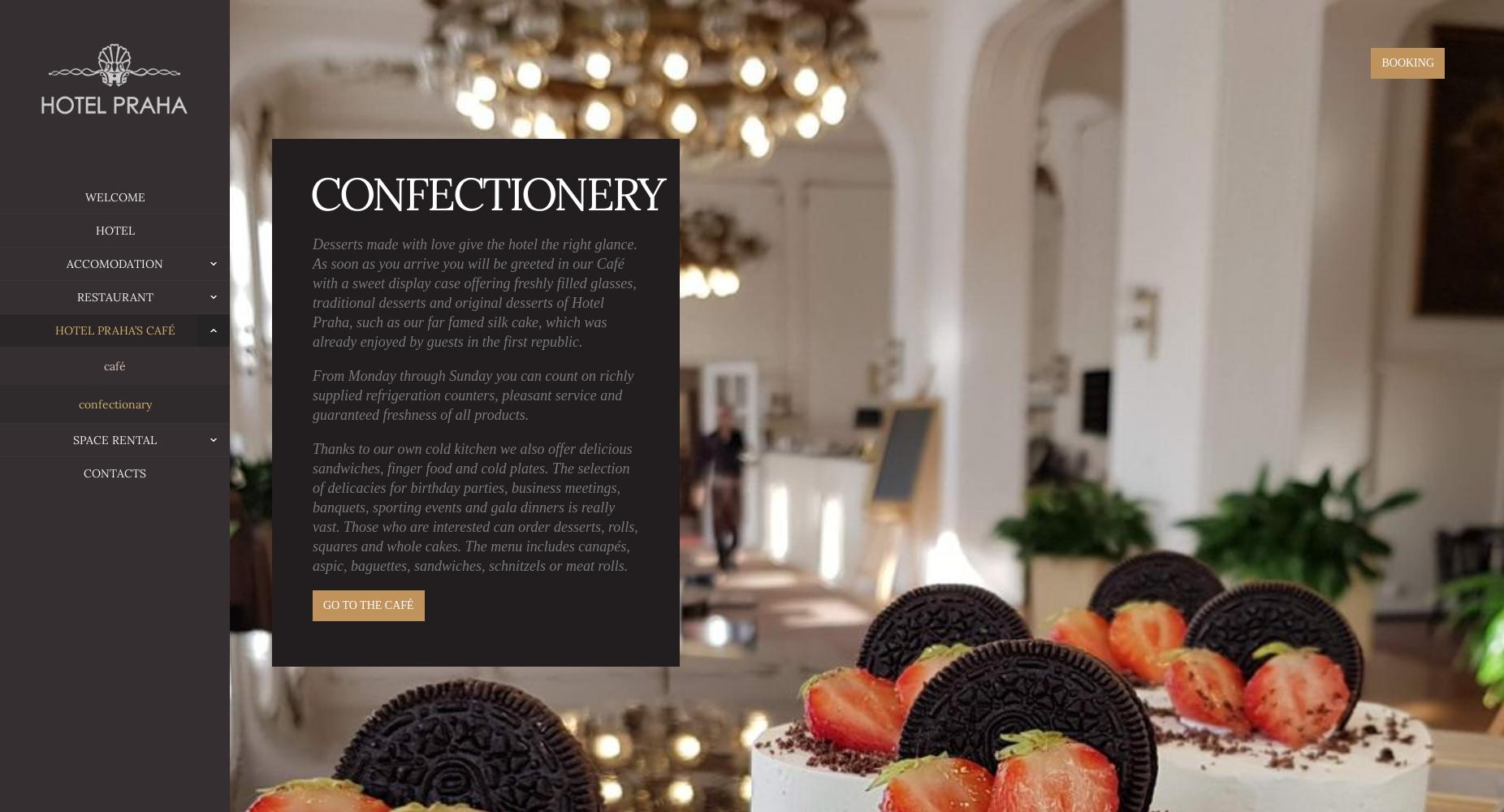 This screenshot has width=1504, height=812. What do you see at coordinates (473, 292) in the screenshot?
I see `'Desserts made with love give the hotel the right glance. As soon as you arrive you will be greeted in our Café with a sweet display case offering freshly filled glasses, traditional desserts and original desserts of Hotel Praha, such as our far famed silk cake, which was already enjoyed by guests in the first republic.'` at bounding box center [473, 292].